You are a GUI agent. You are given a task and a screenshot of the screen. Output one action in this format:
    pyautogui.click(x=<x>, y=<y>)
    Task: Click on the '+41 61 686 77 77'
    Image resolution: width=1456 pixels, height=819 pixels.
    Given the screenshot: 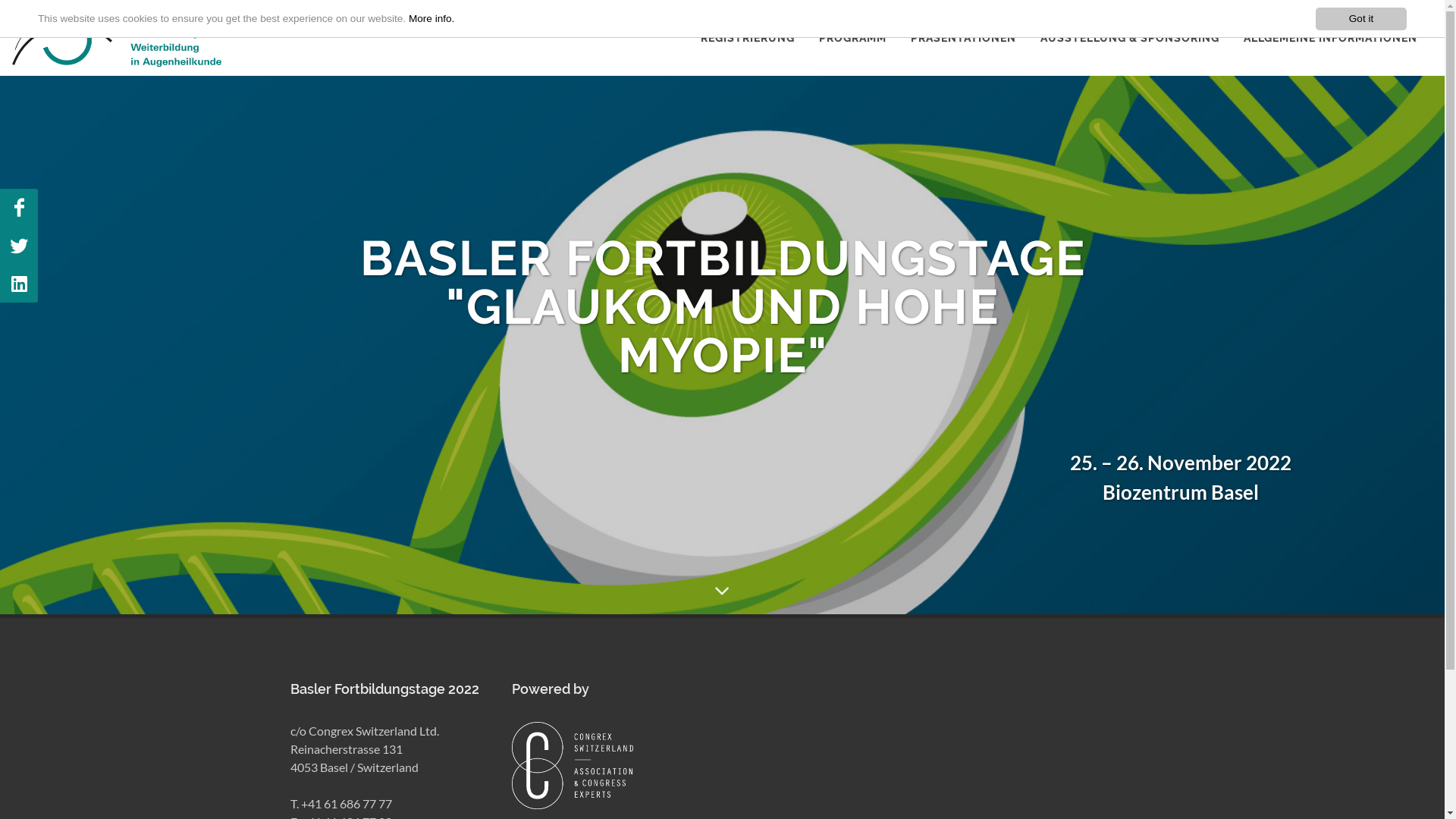 What is the action you would take?
    pyautogui.click(x=345, y=802)
    